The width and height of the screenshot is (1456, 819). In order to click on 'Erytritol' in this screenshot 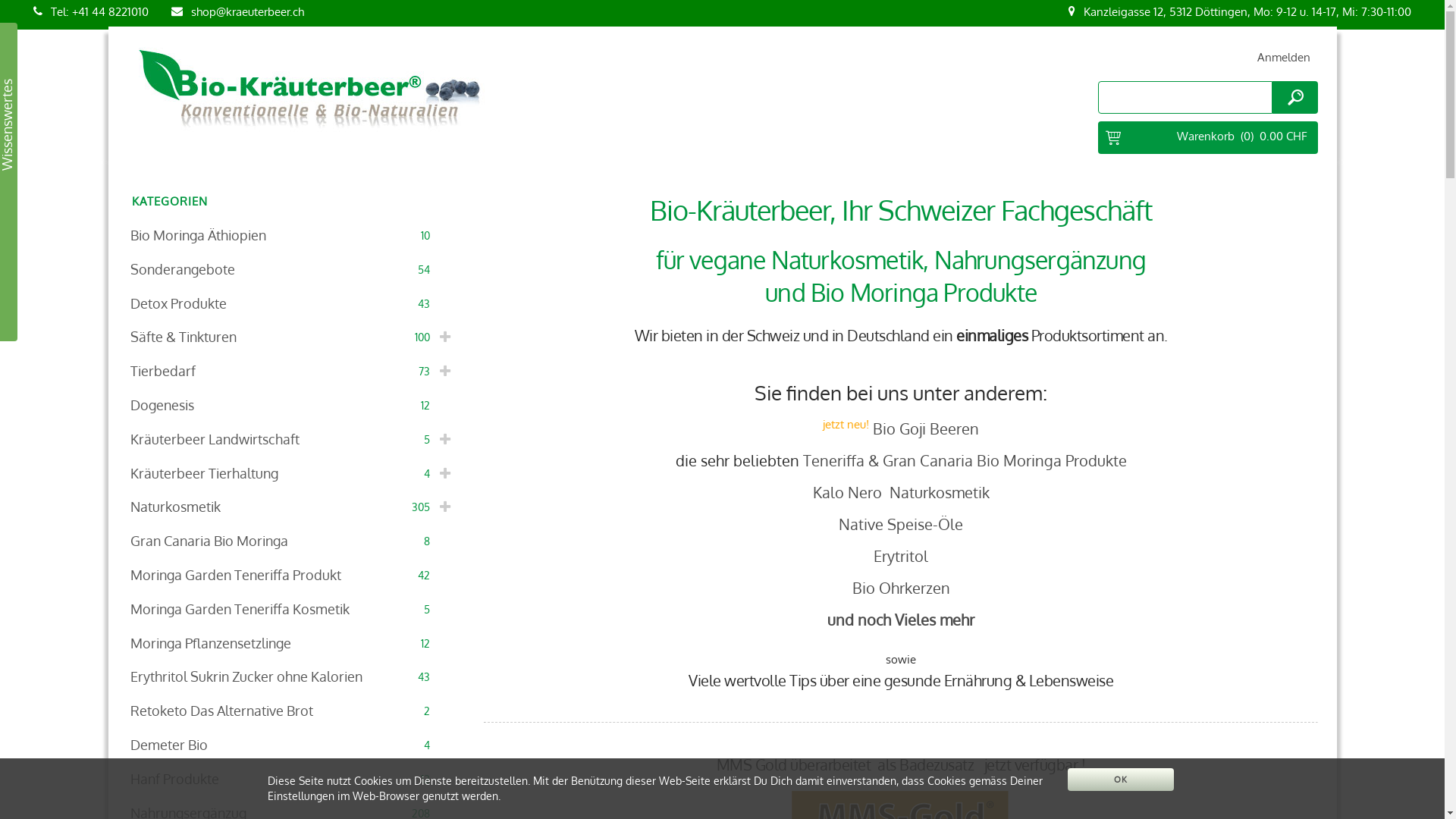, I will do `click(900, 555)`.